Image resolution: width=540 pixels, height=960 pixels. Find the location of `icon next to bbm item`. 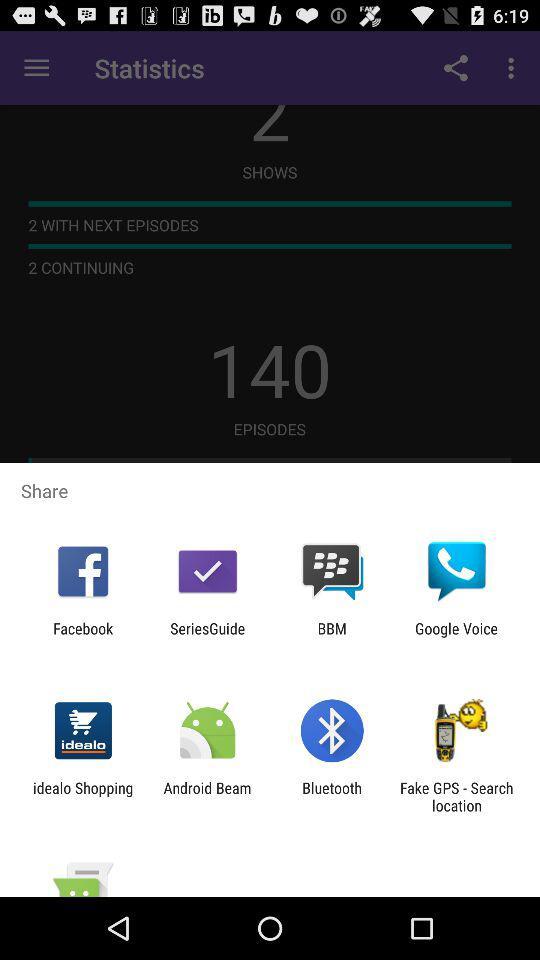

icon next to bbm item is located at coordinates (206, 636).